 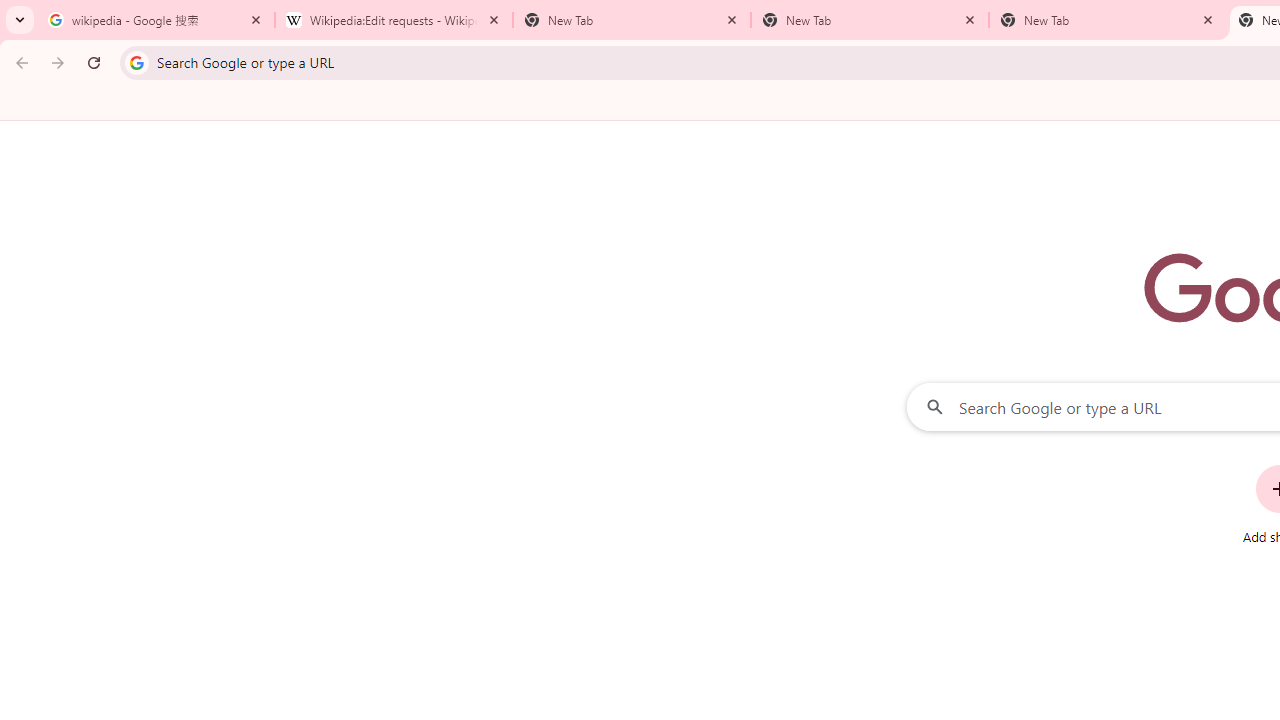 I want to click on 'Wikipedia:Edit requests - Wikipedia', so click(x=394, y=20).